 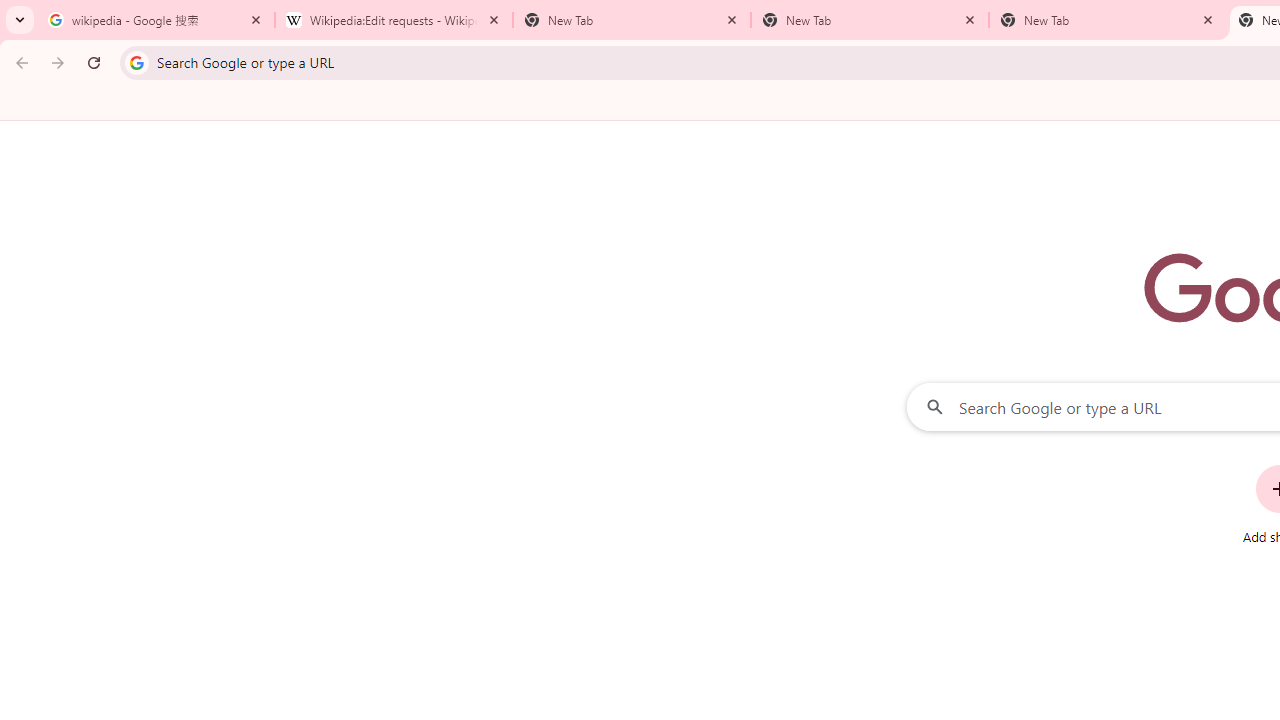 I want to click on 'Wikipedia:Edit requests - Wikipedia', so click(x=394, y=20).